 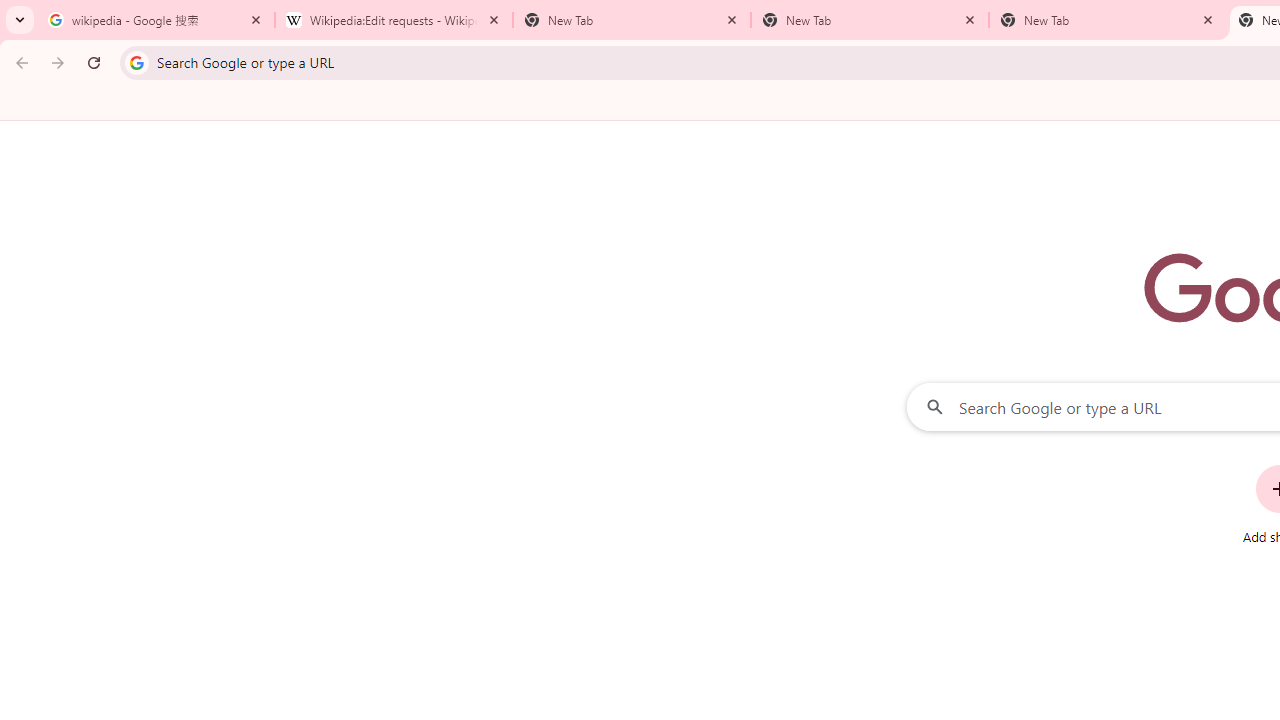 I want to click on 'Wikipedia:Edit requests - Wikipedia', so click(x=394, y=20).